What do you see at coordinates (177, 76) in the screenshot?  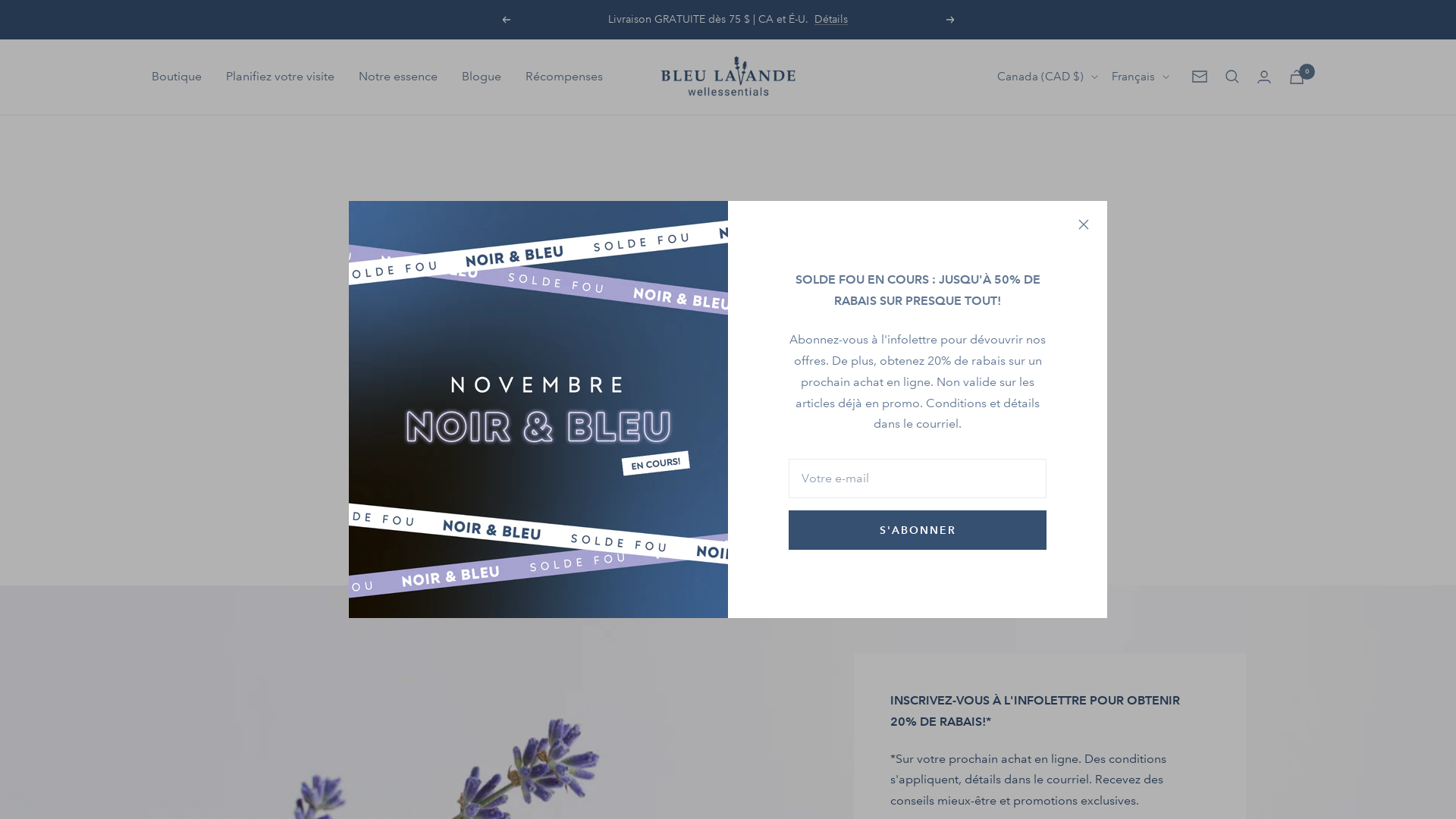 I see `'Boutique'` at bounding box center [177, 76].